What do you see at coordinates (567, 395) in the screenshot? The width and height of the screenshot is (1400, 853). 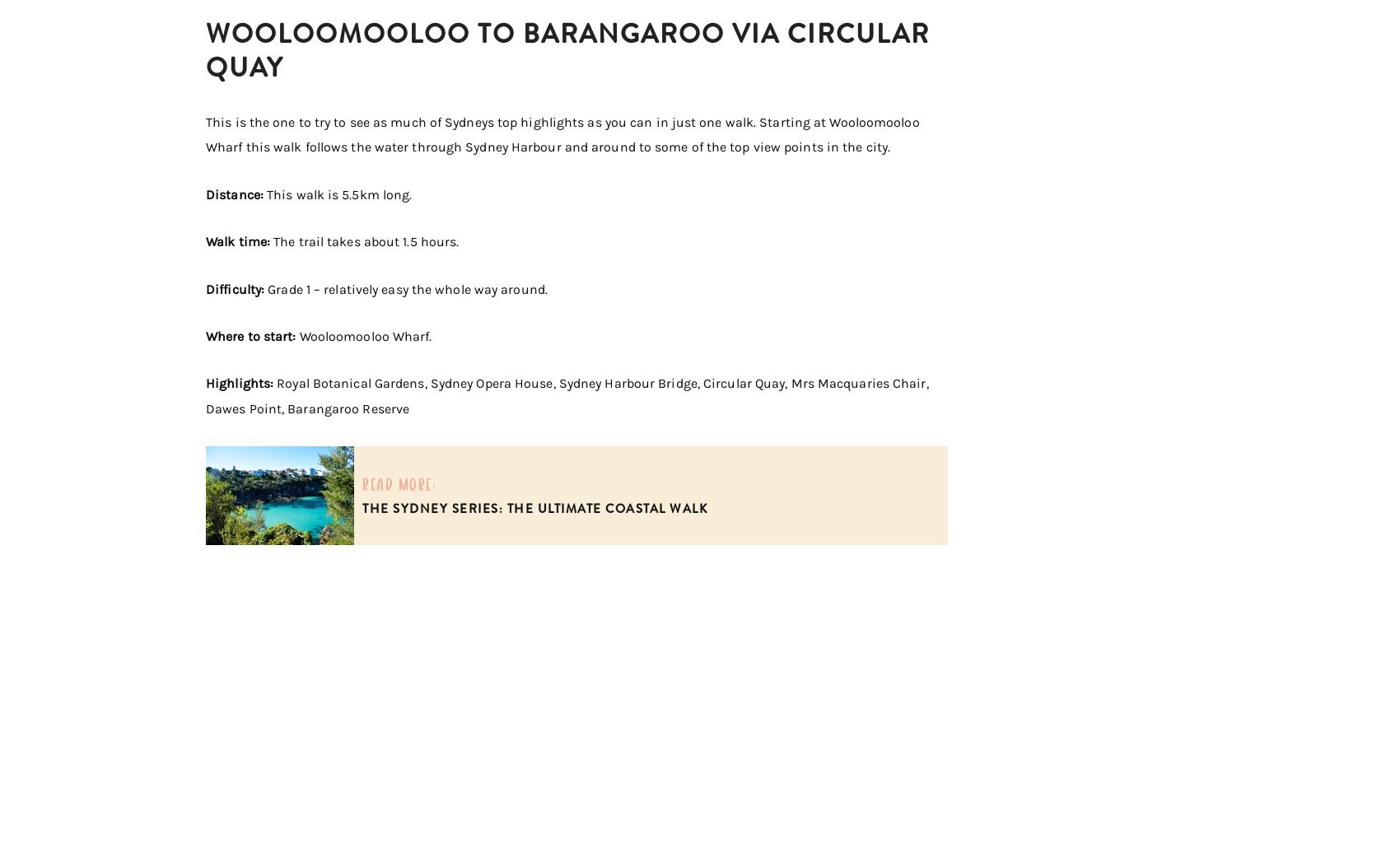 I see `'Royal Botanical Gardens, Sydney Opera House, Sydney Harbour Bridge, Circular Quay, Mrs Macquaries Chair, Dawes Point, Barangaroo Reserve'` at bounding box center [567, 395].